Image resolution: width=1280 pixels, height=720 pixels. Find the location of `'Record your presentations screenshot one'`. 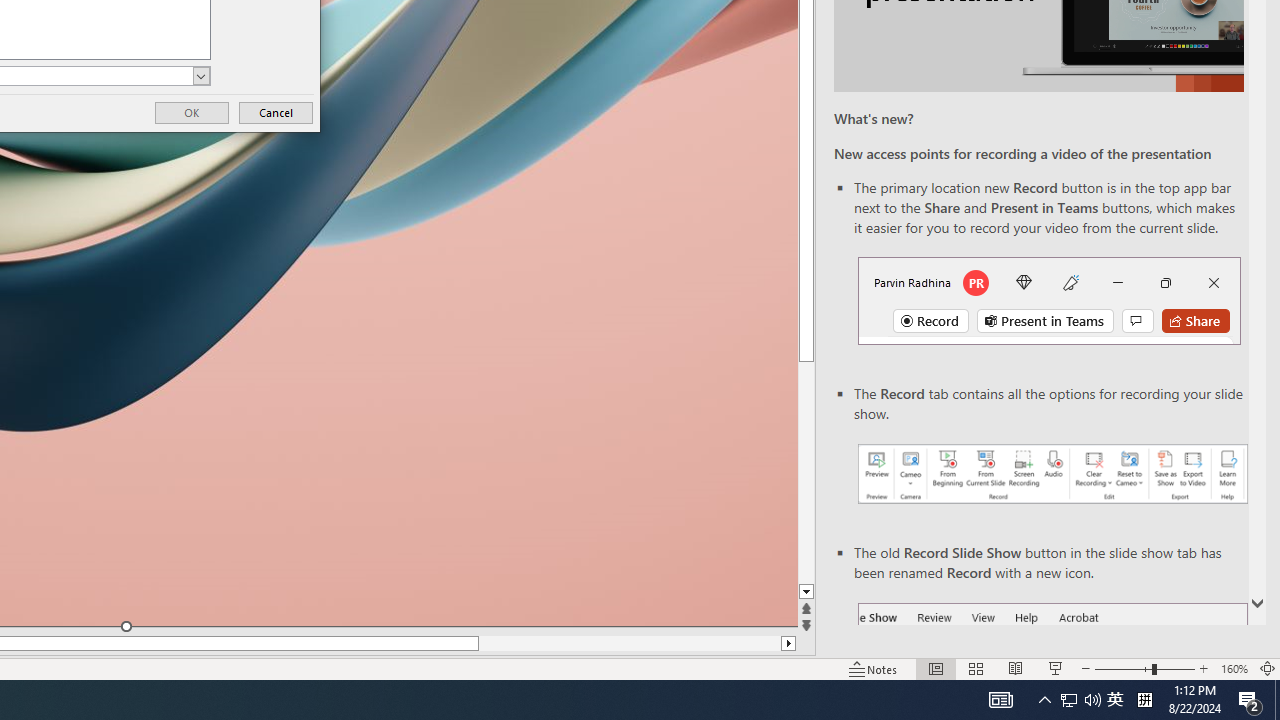

'Record your presentations screenshot one' is located at coordinates (1051, 474).